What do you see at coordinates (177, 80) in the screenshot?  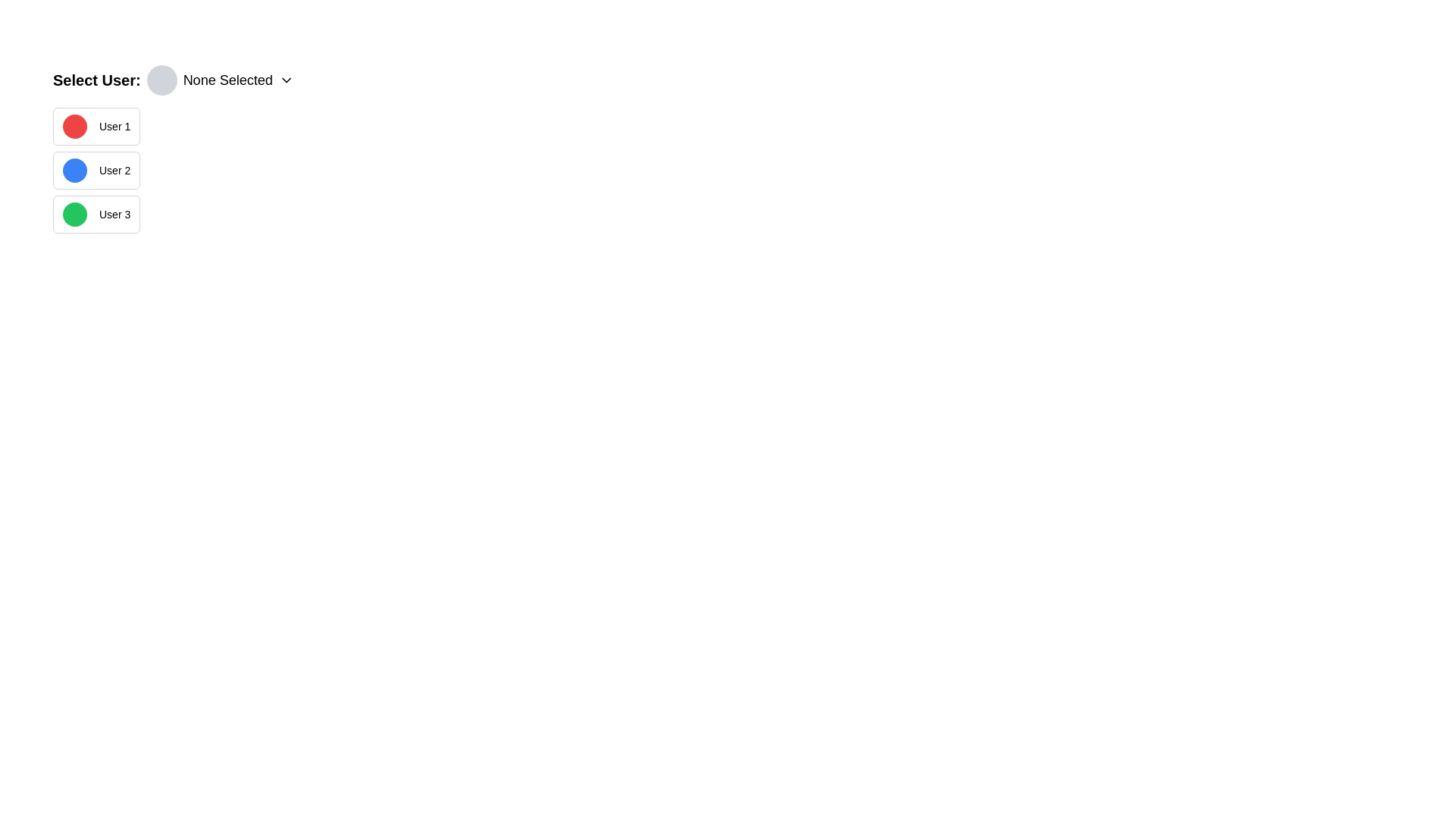 I see `the Dropdown selector labeled 'Select User:' which includes a gray circular avatar placeholder, the text 'None Selected,' and a chevron-down icon` at bounding box center [177, 80].